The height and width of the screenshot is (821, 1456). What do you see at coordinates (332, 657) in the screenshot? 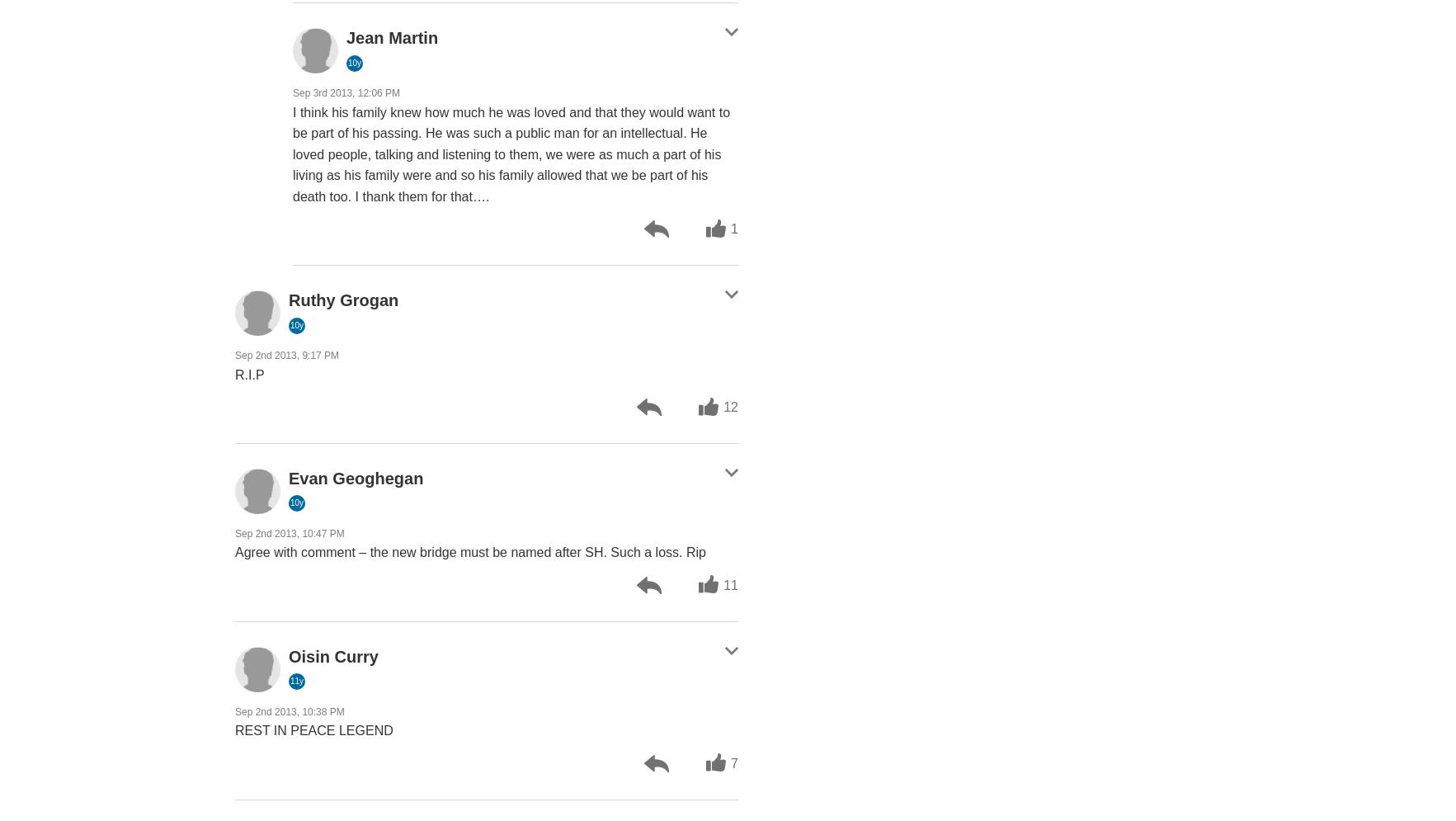
I see `'Oisin Curry'` at bounding box center [332, 657].